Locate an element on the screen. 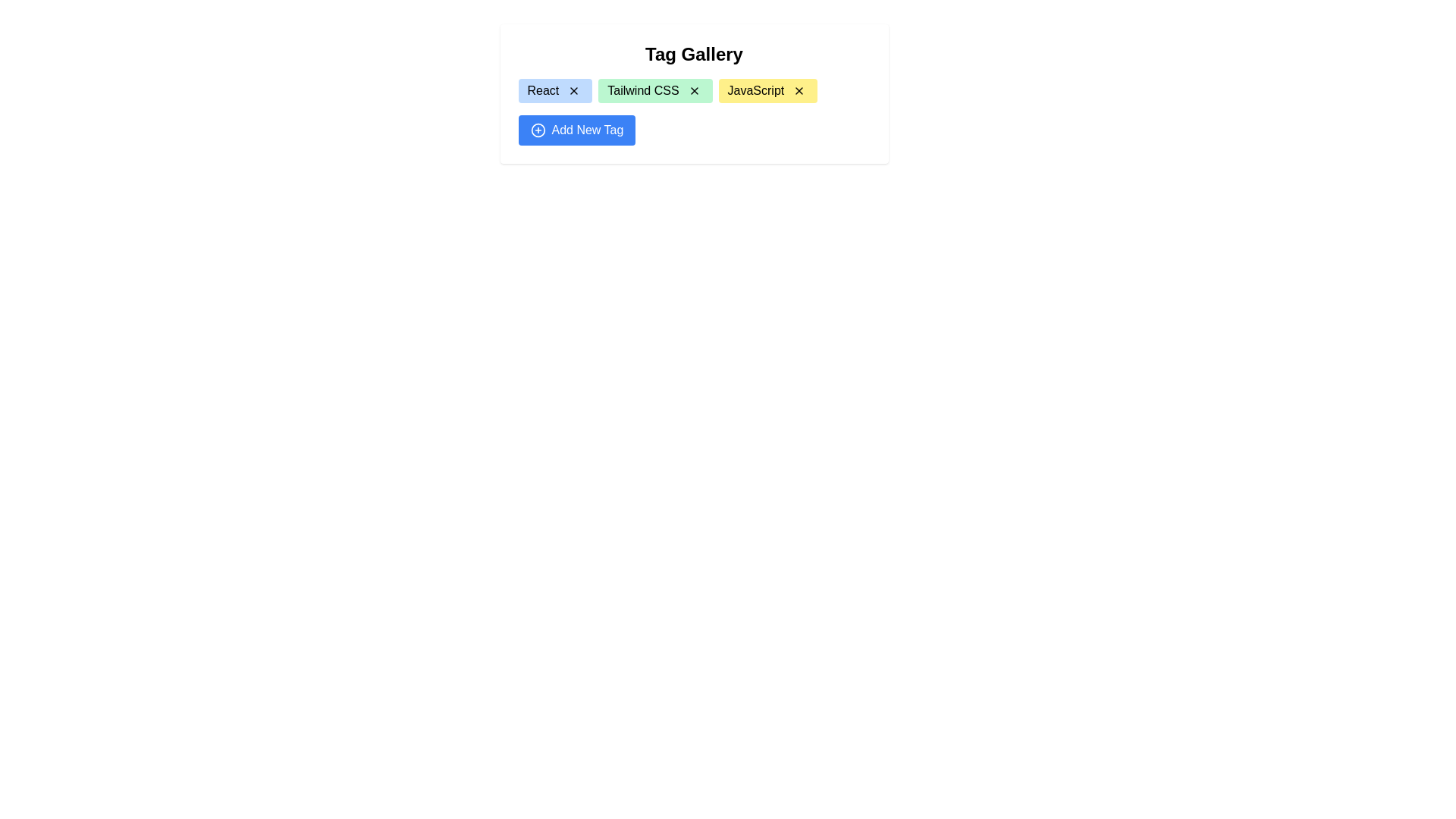 The image size is (1456, 819). the 'React' tag badge with a light blue background is located at coordinates (554, 90).